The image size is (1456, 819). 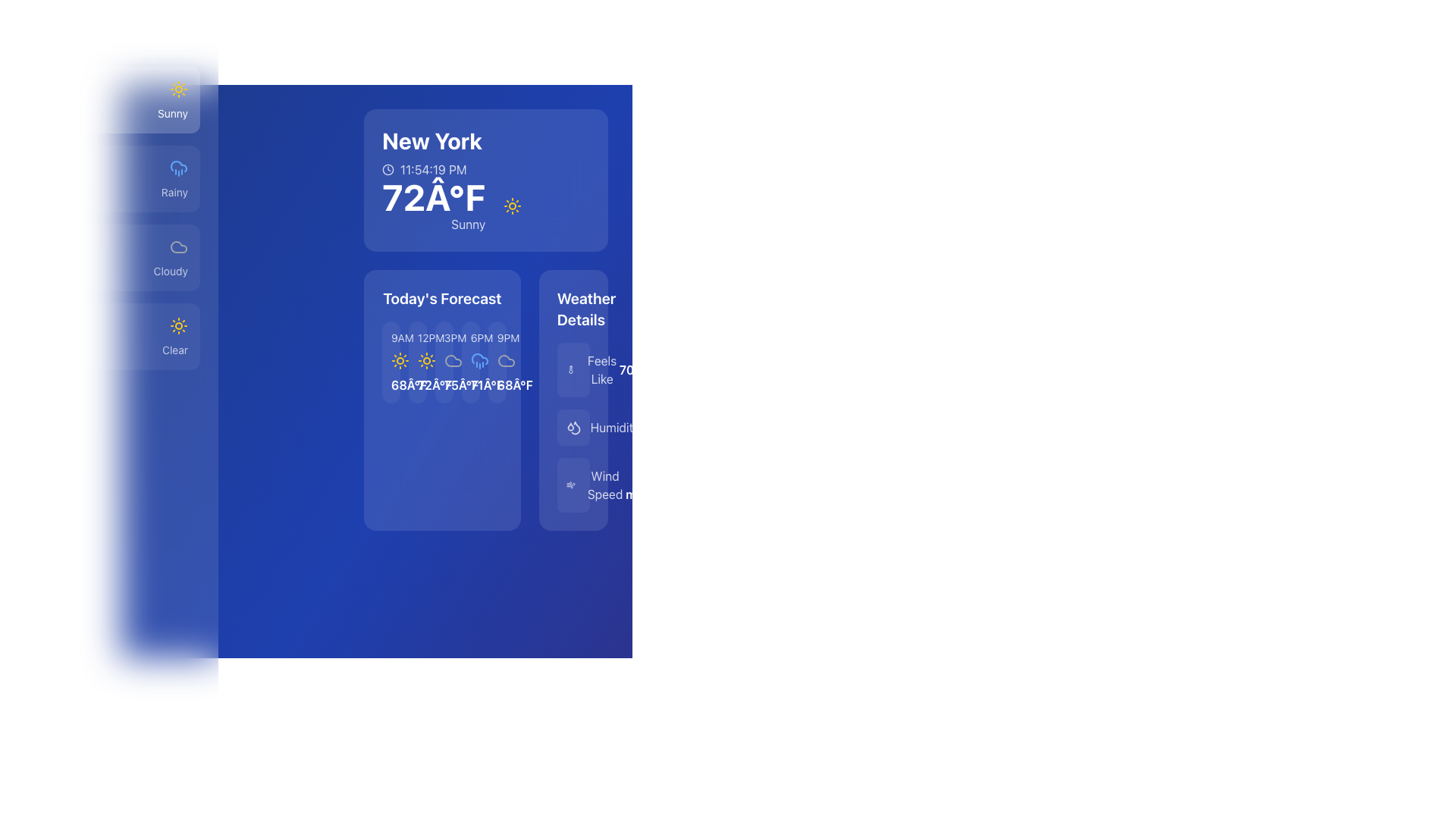 What do you see at coordinates (388, 169) in the screenshot?
I see `circular component of the SVG clock icon located near the upper left part of the clock icon in the sidebar section of the interface` at bounding box center [388, 169].